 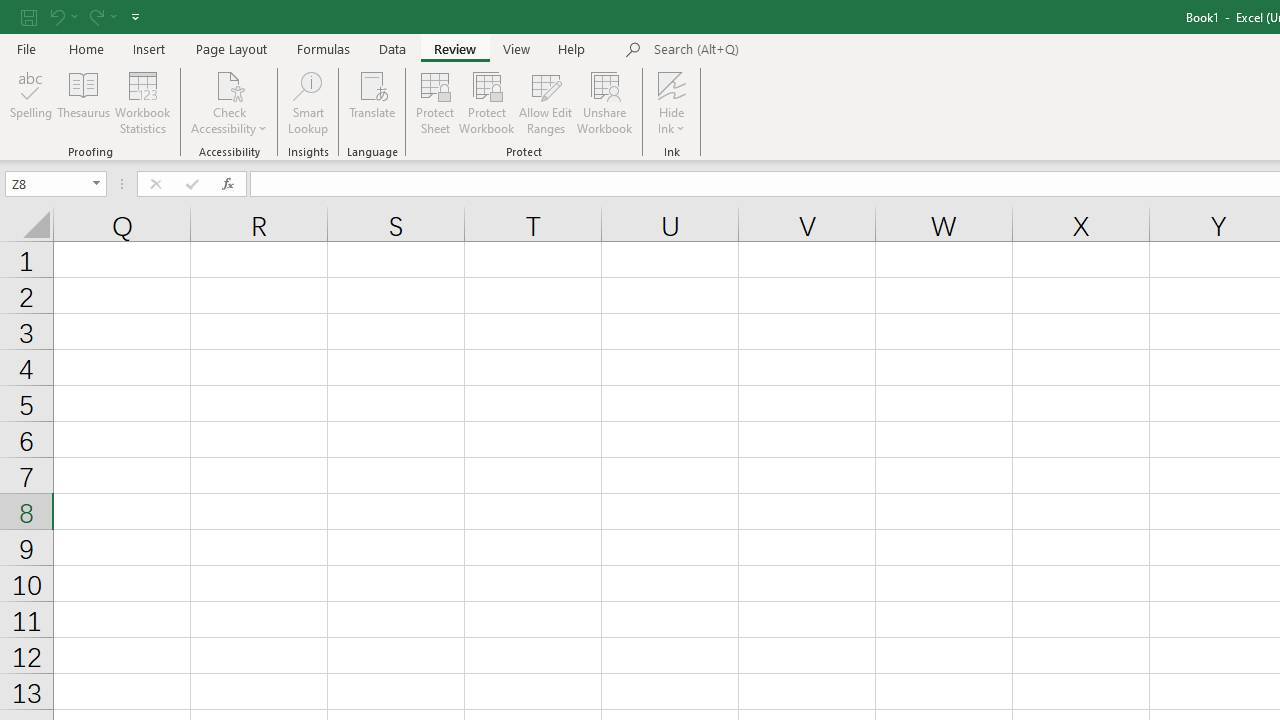 I want to click on 'Quick Access Toolbar', so click(x=81, y=16).